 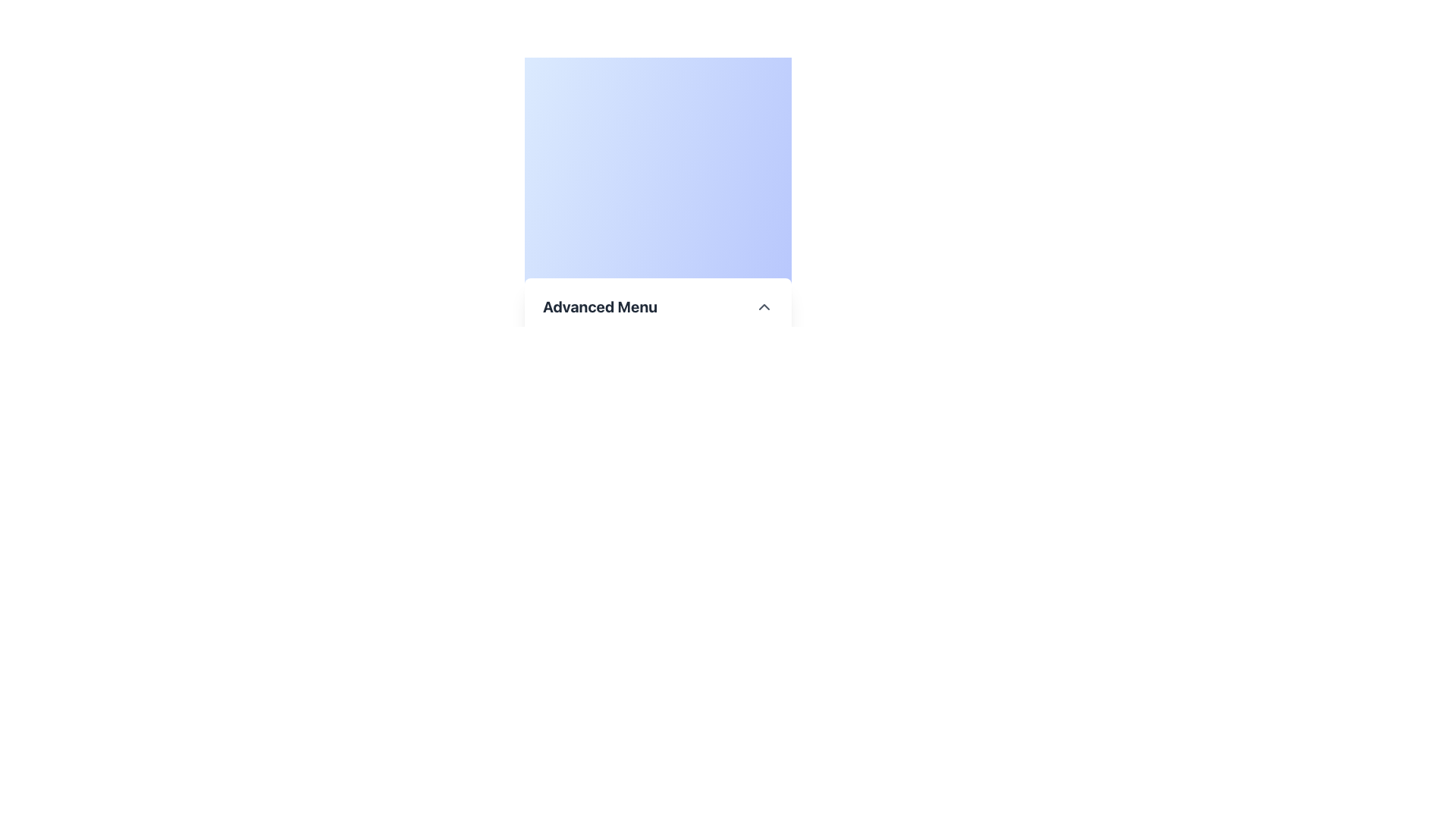 I want to click on the chevron icon button located to the right of the 'Advanced Menu' text, so click(x=764, y=306).